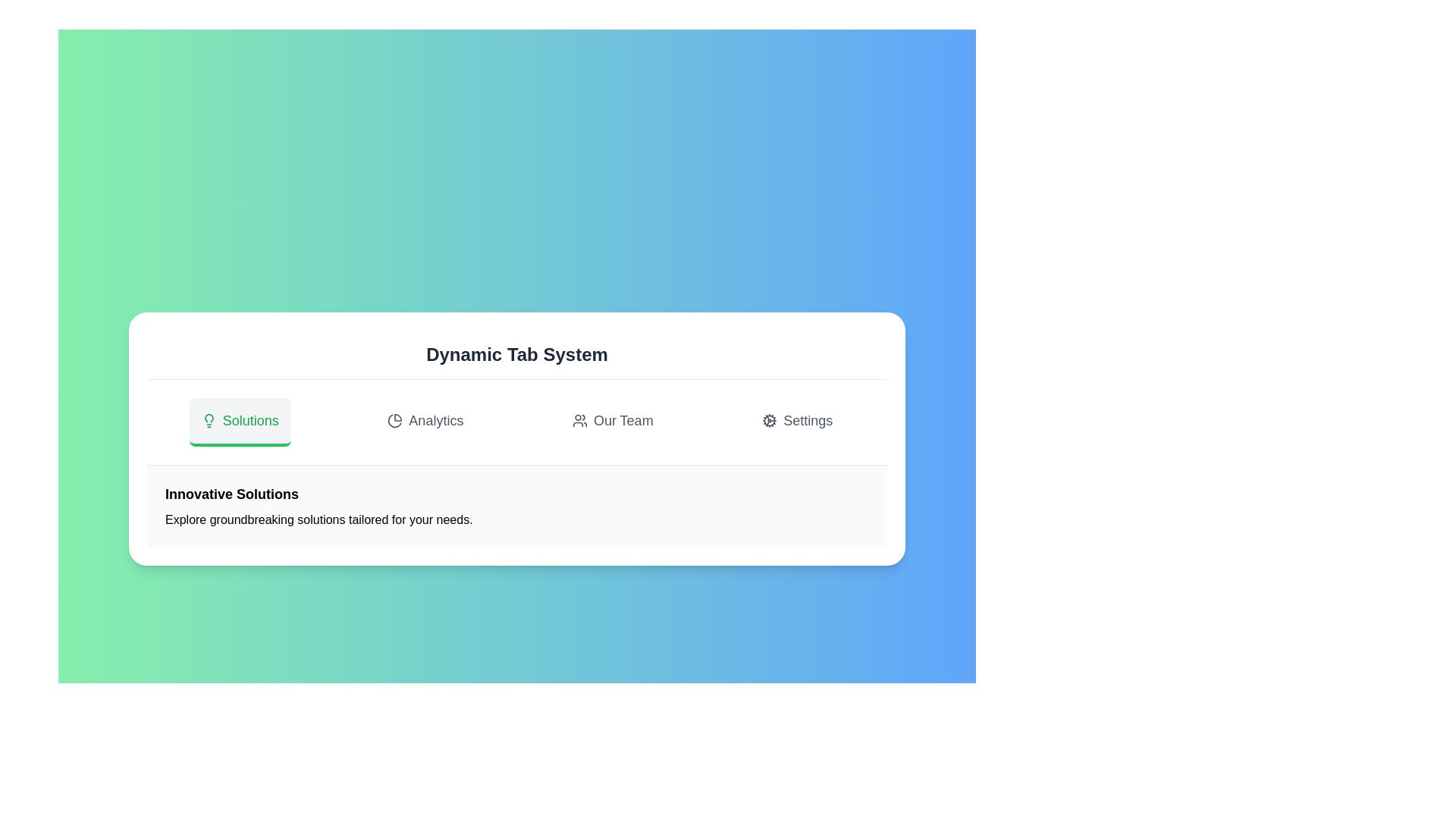 The image size is (1456, 819). I want to click on the settings navigation tab, which is the fourth item, so click(796, 422).